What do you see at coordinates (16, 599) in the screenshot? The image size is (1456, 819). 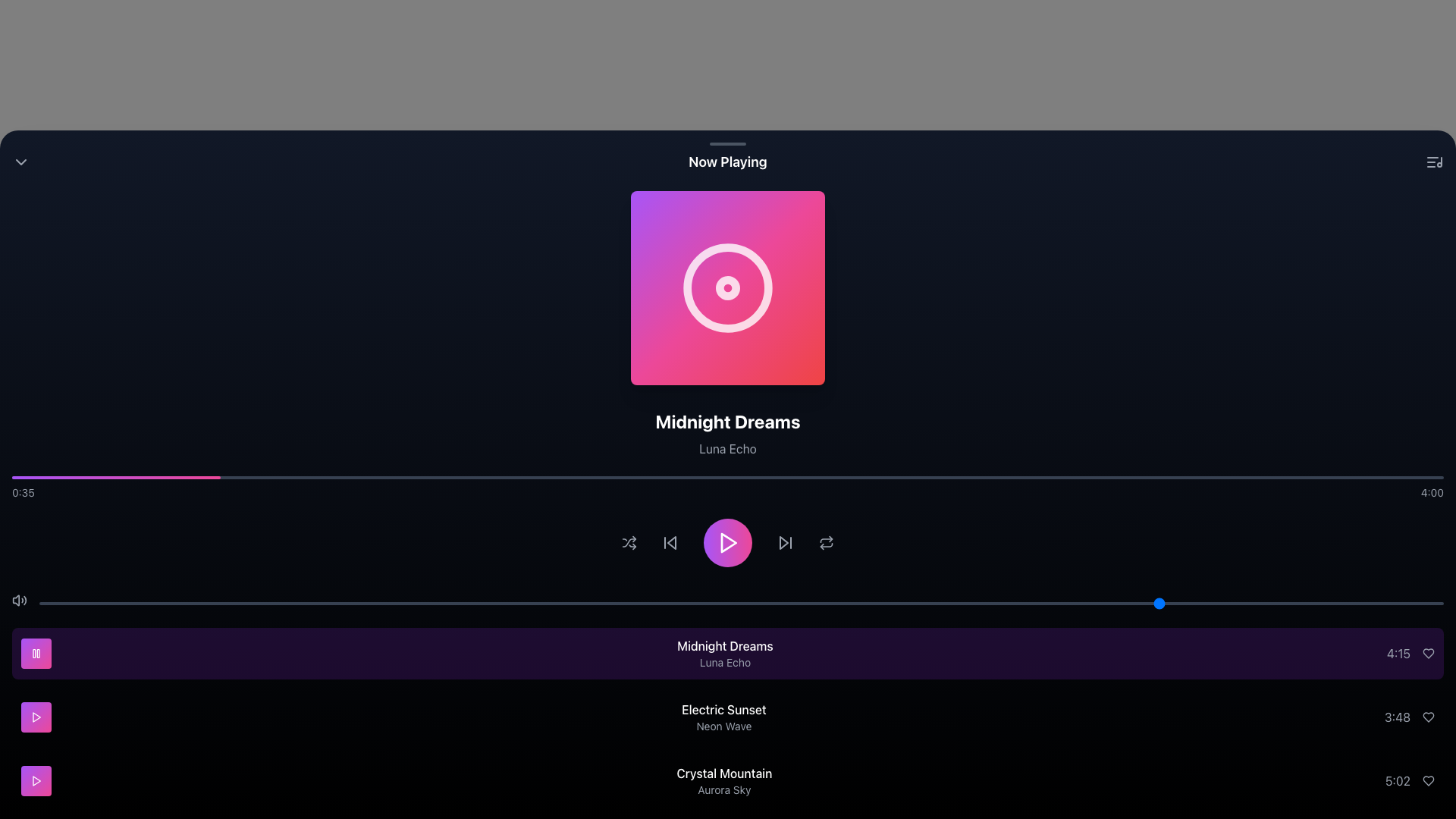 I see `the leftmost graphical SVG element of the speaker icon, which visually represents the speaker volume area` at bounding box center [16, 599].